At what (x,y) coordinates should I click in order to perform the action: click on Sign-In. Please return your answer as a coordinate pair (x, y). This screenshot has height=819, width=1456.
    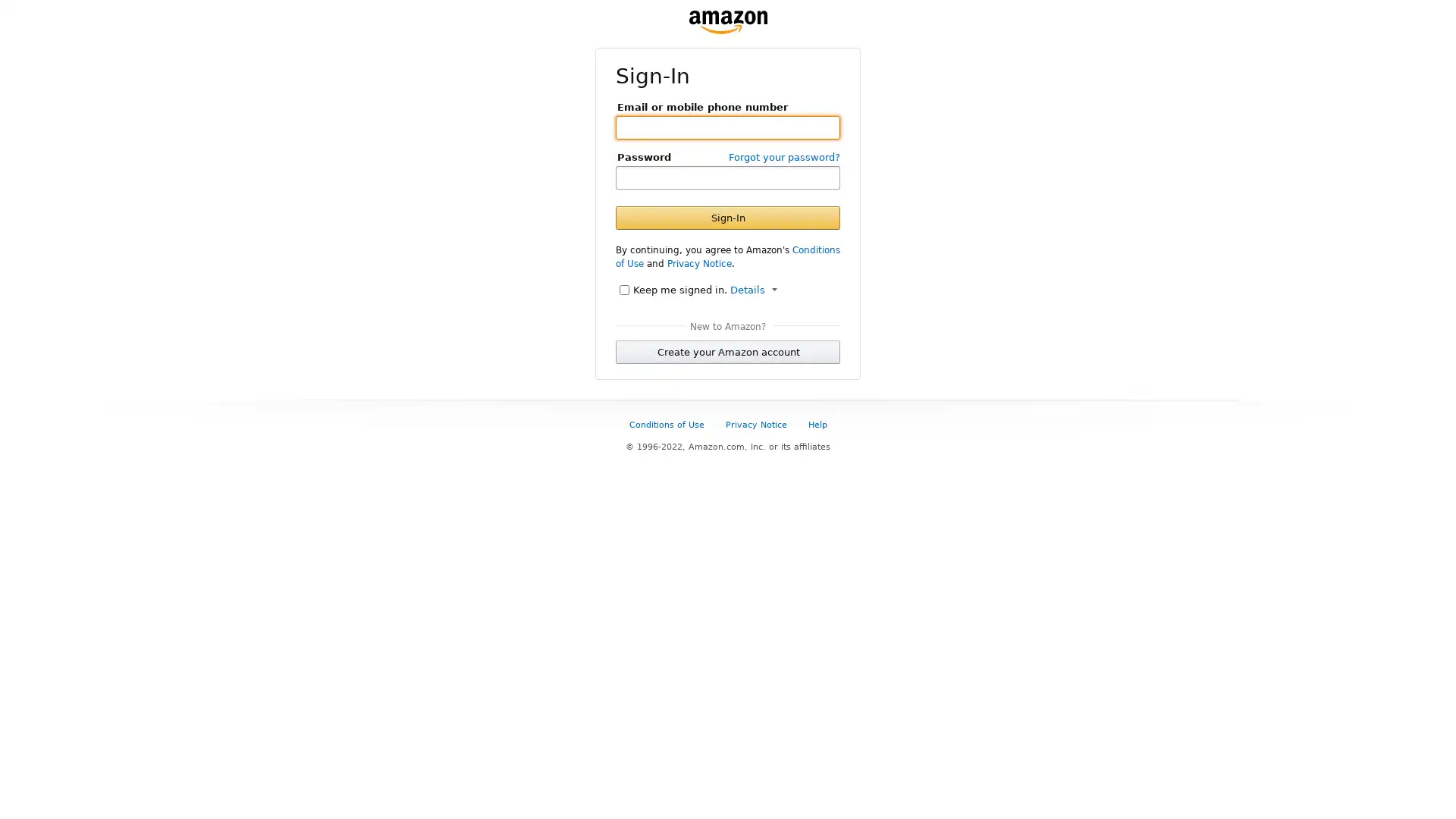
    Looking at the image, I should click on (728, 217).